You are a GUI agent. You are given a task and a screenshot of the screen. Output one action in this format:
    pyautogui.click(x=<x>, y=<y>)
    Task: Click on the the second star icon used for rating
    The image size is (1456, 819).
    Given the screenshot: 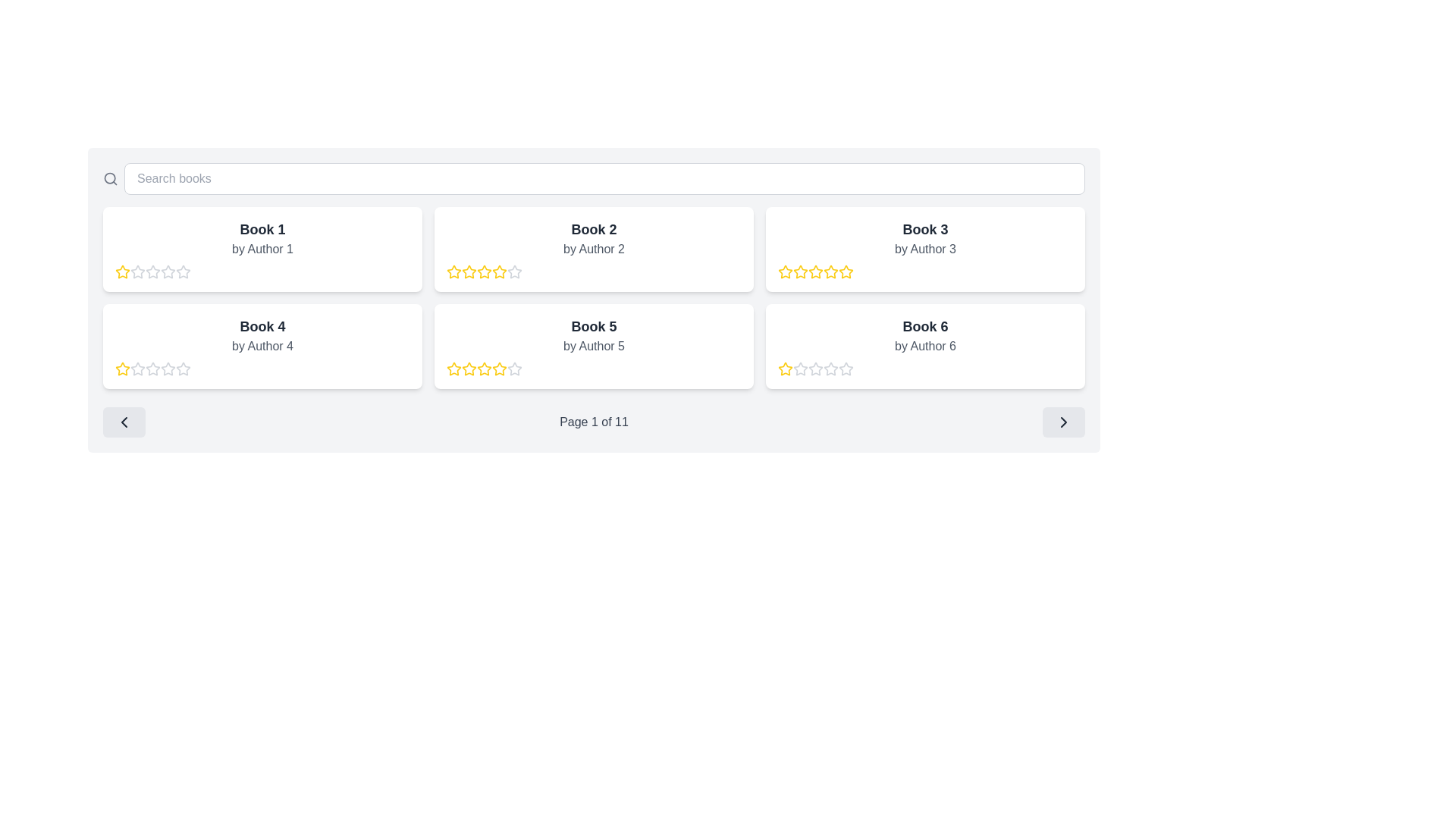 What is the action you would take?
    pyautogui.click(x=152, y=369)
    